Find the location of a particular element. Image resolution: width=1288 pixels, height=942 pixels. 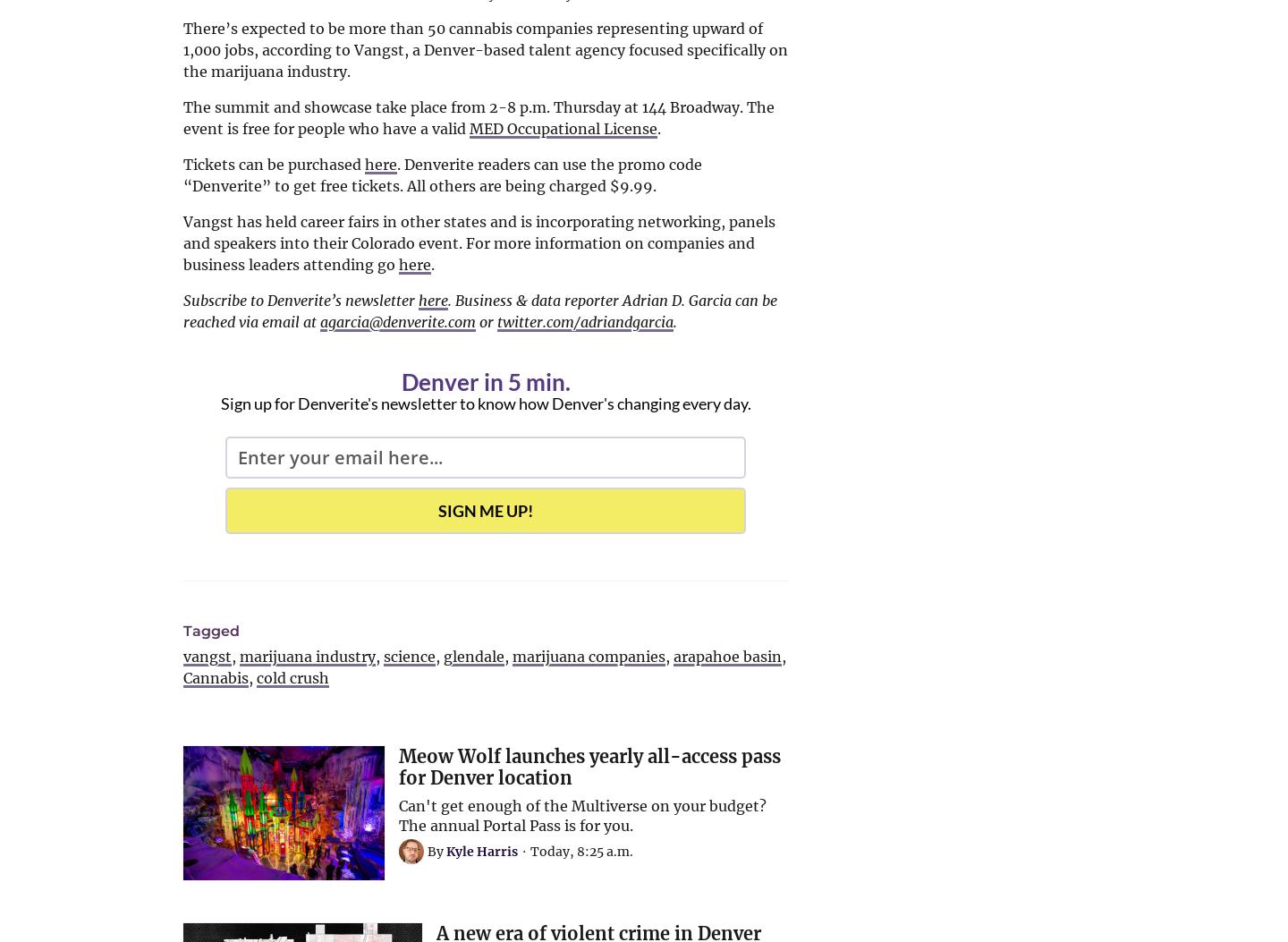

'Vangst has held career fairs in other states and is incorporating networking, panels and speakers into their Colorado event. For more information on companies and business leaders attending go' is located at coordinates (478, 242).